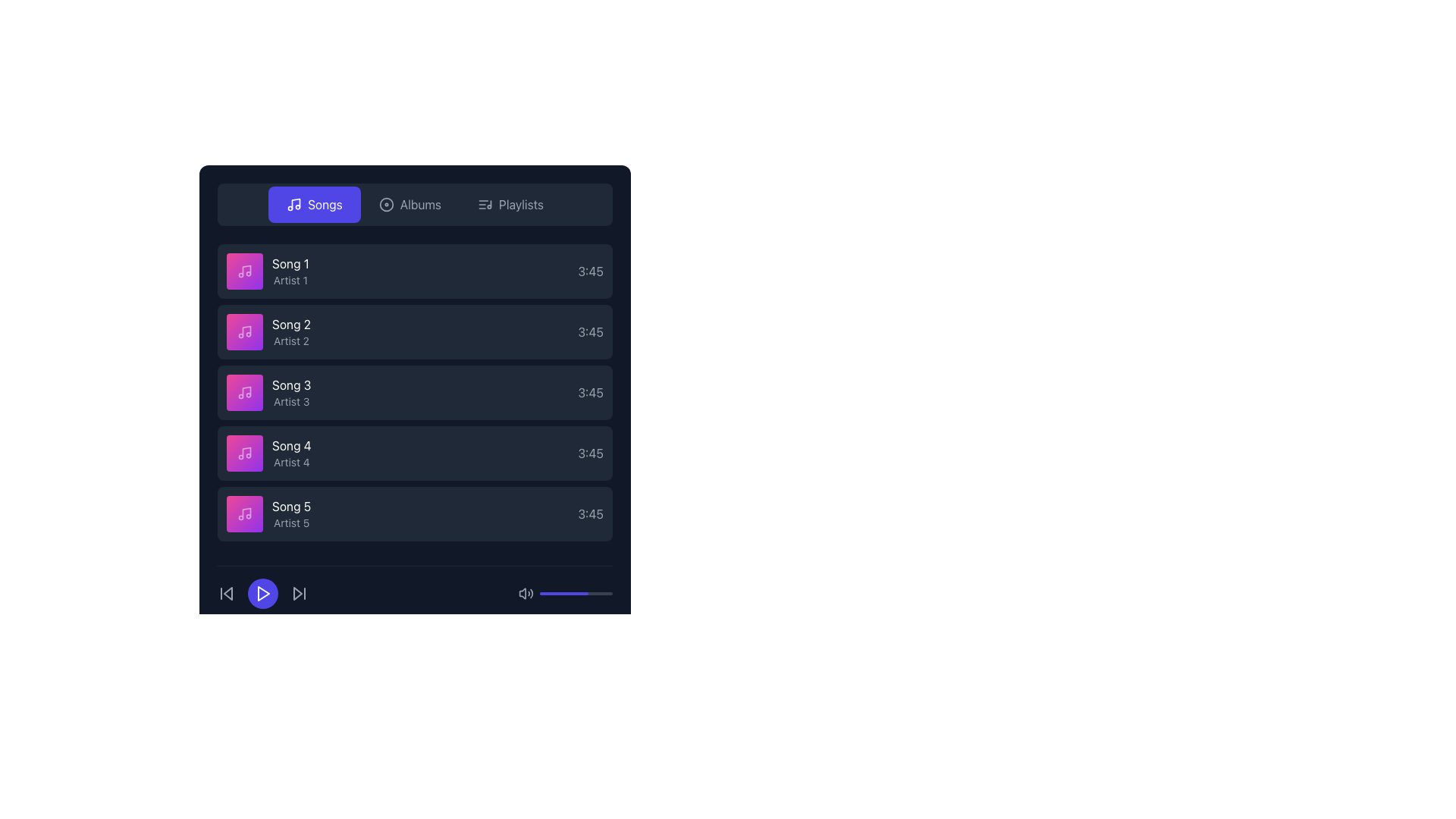 The width and height of the screenshot is (1456, 819). What do you see at coordinates (246, 451) in the screenshot?
I see `the music note icon representing 'Song 4' by 'Artist 4', located towards the left of the list item within the purple square` at bounding box center [246, 451].